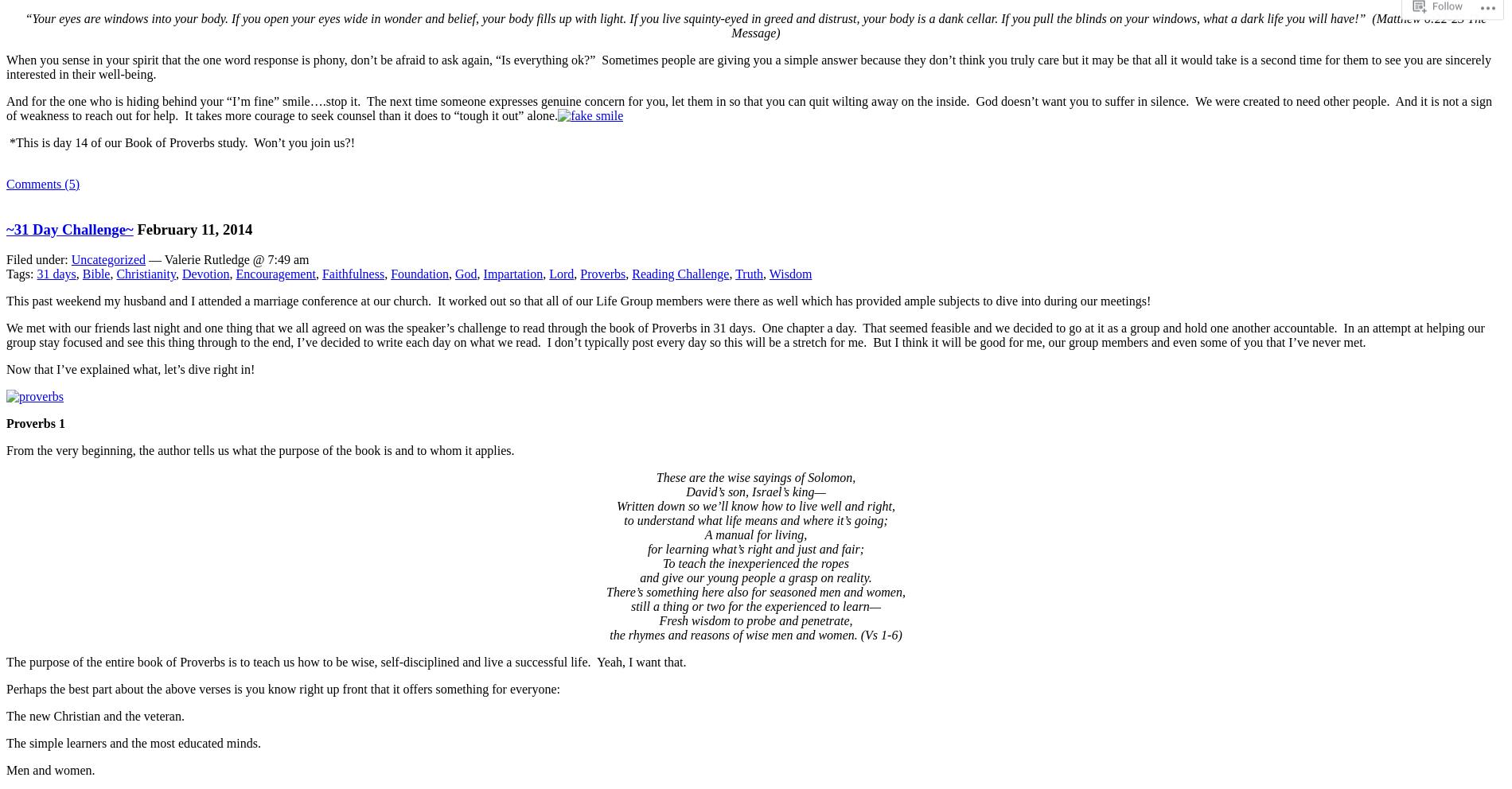 The height and width of the screenshot is (789, 1512). Describe the element at coordinates (754, 520) in the screenshot. I see `'to understand what life means and where it’s going;'` at that location.